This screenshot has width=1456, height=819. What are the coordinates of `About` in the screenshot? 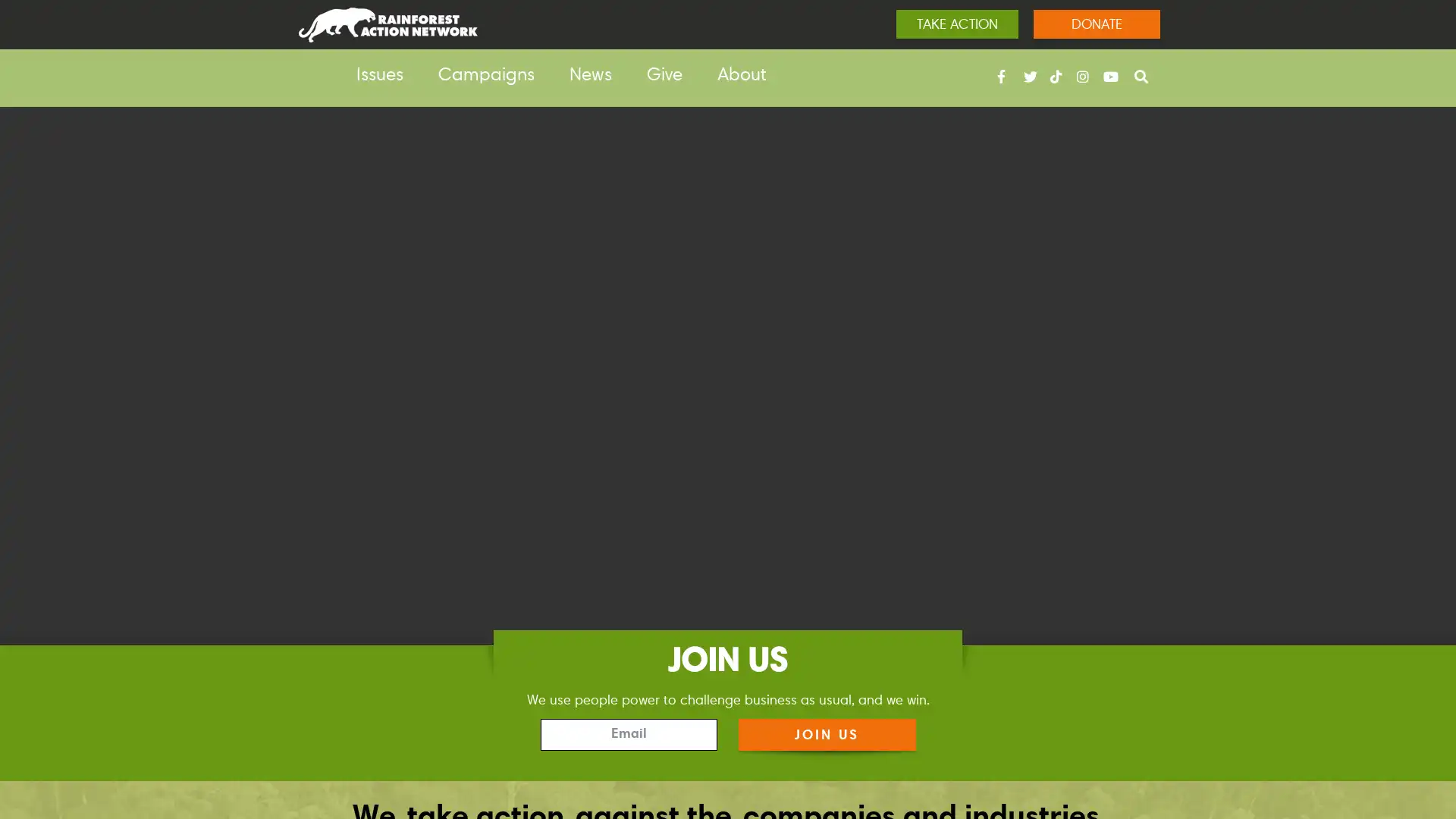 It's located at (742, 76).